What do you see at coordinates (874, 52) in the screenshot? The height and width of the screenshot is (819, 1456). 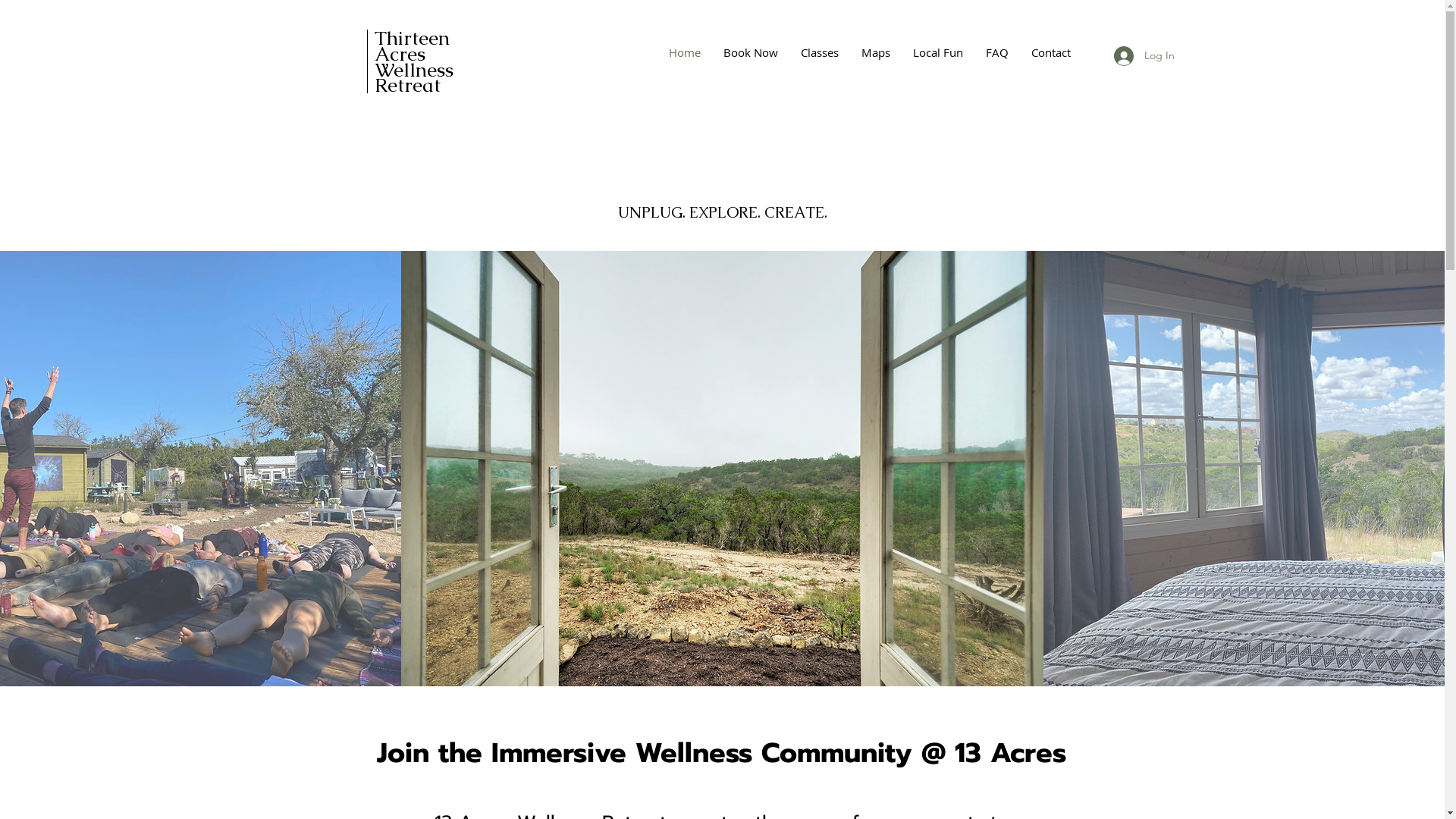 I see `'Maps'` at bounding box center [874, 52].